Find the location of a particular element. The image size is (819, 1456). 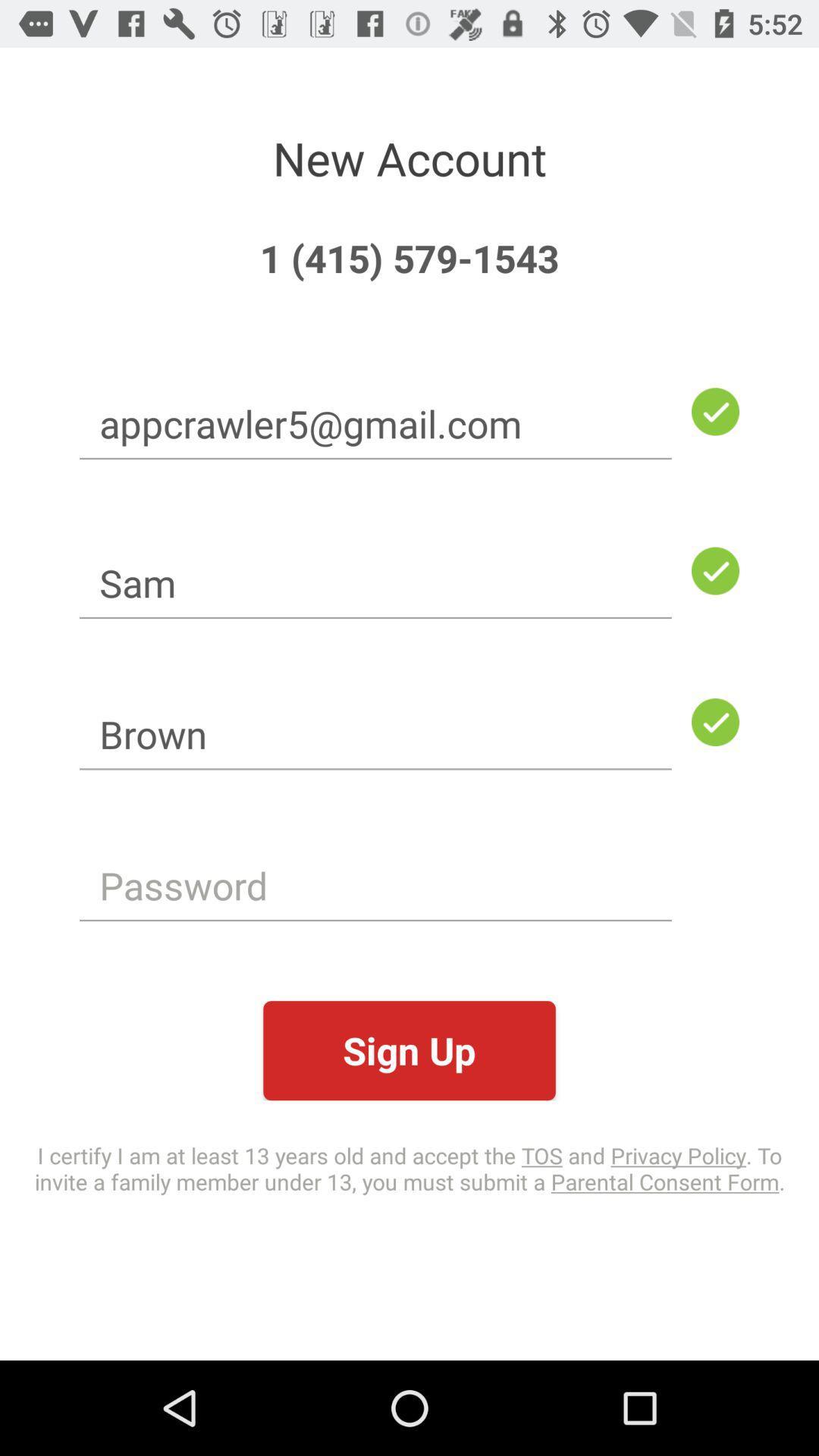

the sam icon is located at coordinates (375, 582).